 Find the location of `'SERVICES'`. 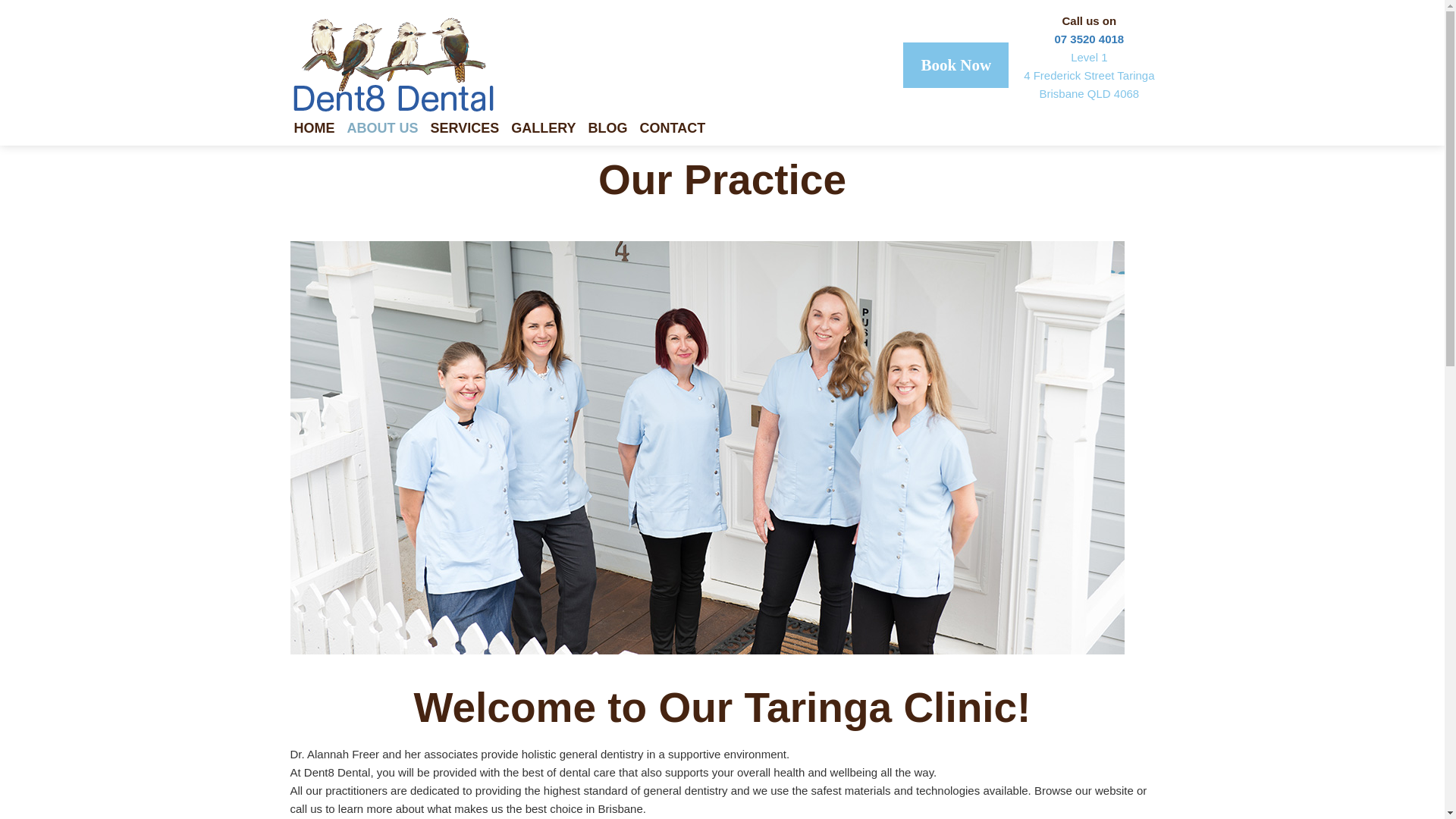

'SERVICES' is located at coordinates (470, 130).